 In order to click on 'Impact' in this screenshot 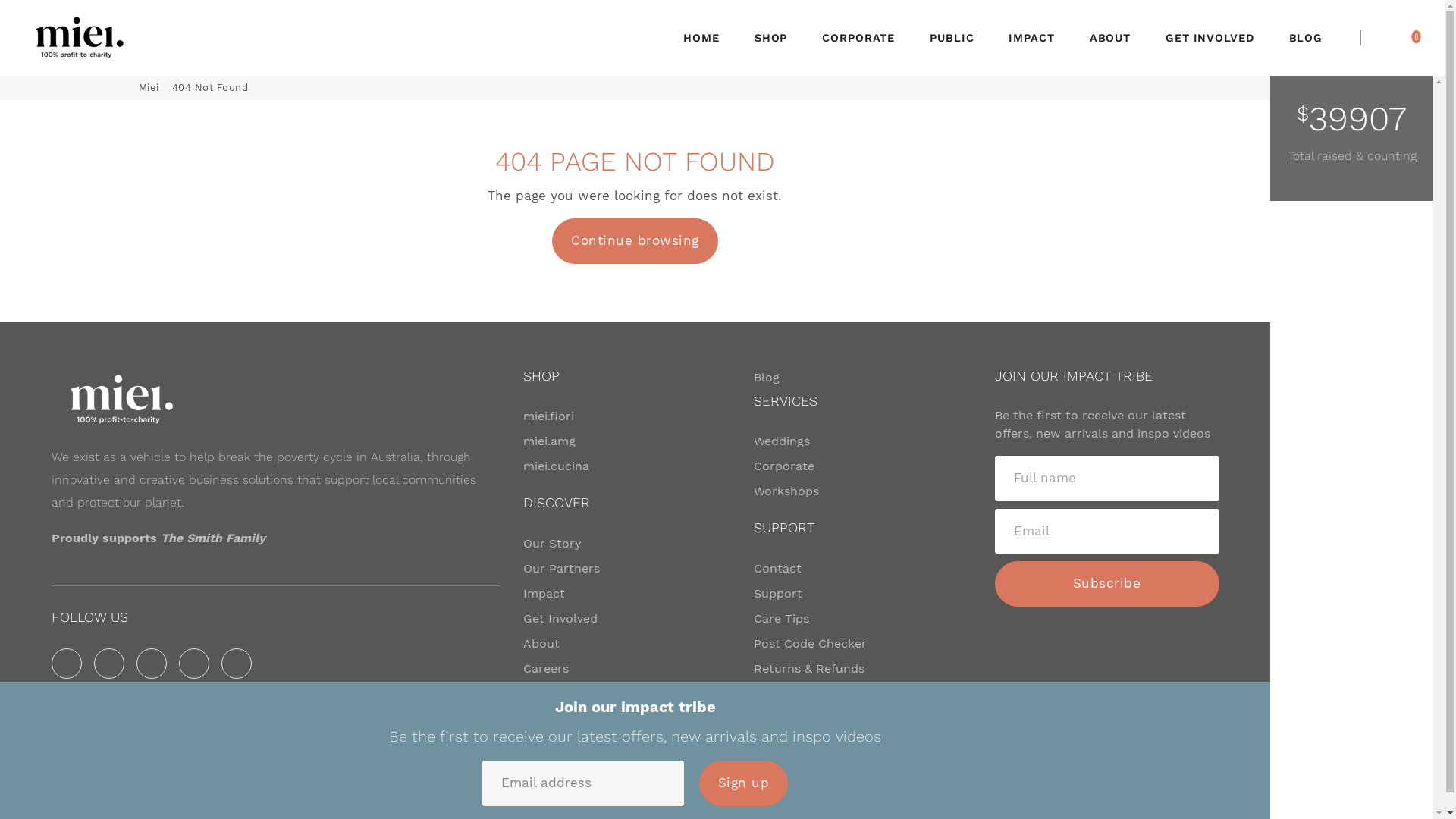, I will do `click(544, 593)`.